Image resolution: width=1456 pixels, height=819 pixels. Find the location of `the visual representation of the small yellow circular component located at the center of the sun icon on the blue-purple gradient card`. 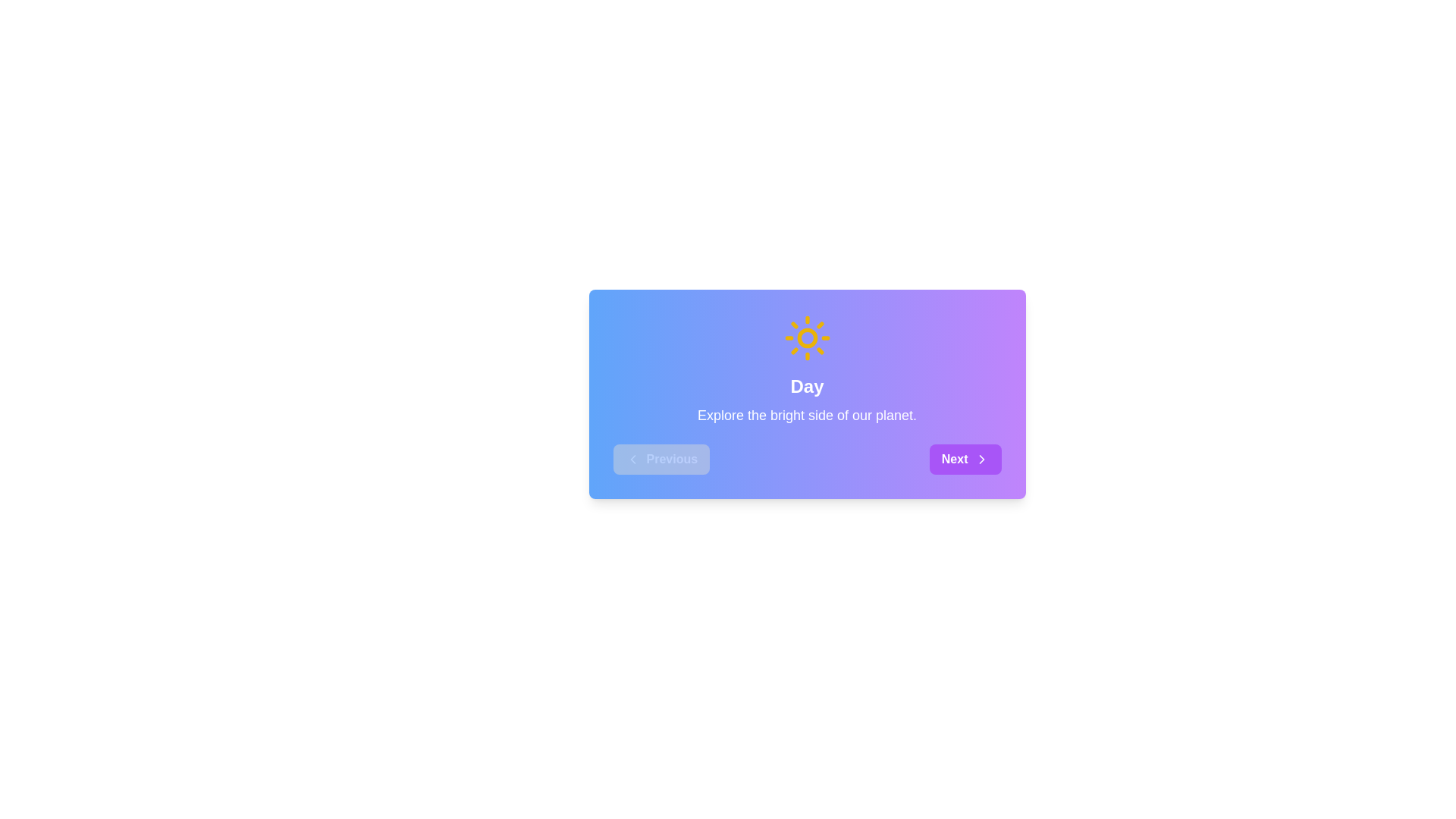

the visual representation of the small yellow circular component located at the center of the sun icon on the blue-purple gradient card is located at coordinates (806, 337).